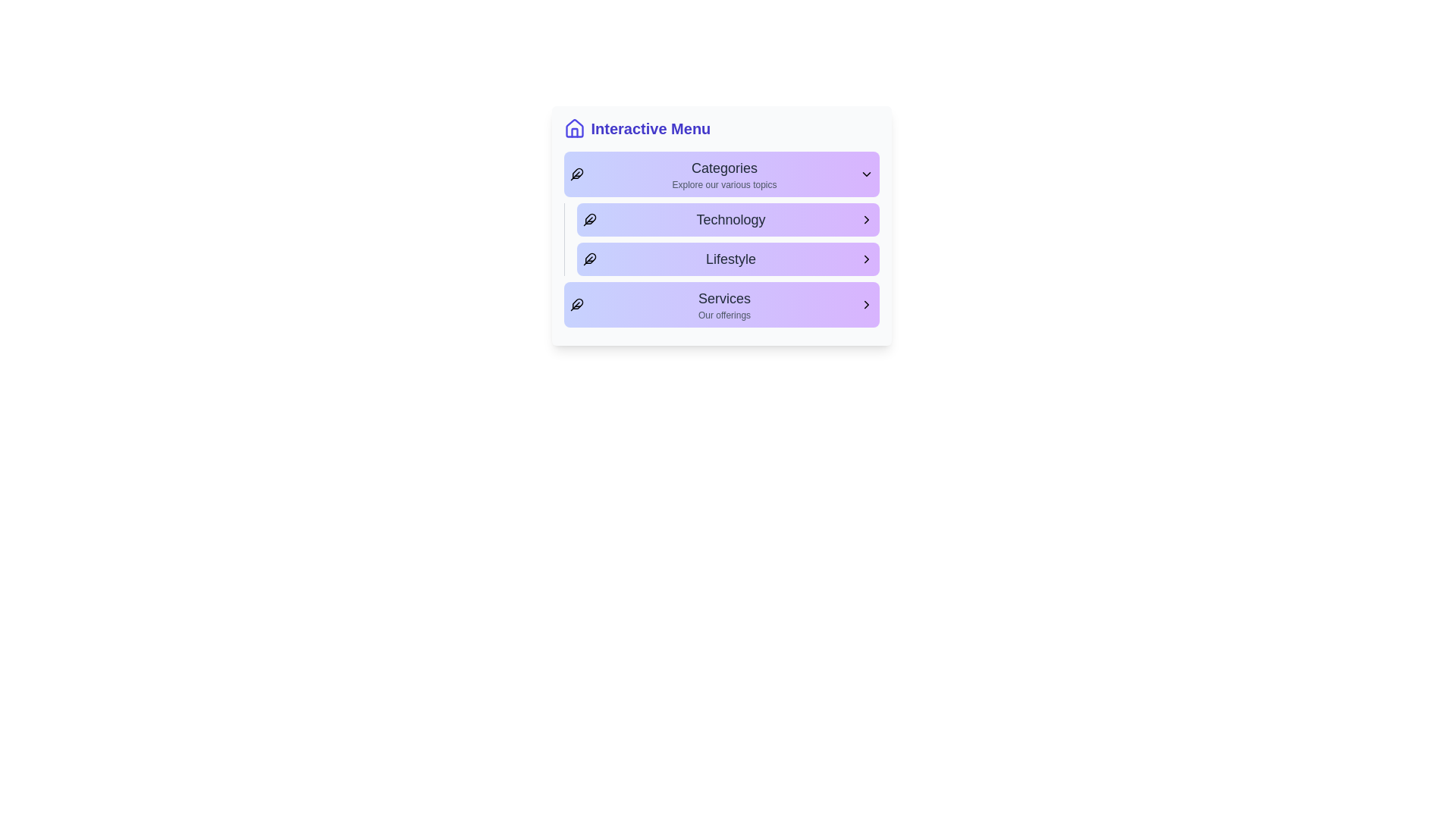 The height and width of the screenshot is (819, 1456). What do you see at coordinates (866, 304) in the screenshot?
I see `the small triangular arrow indicator located to the far-right of the 'Services' menu item in the purple gradient side menu interface` at bounding box center [866, 304].